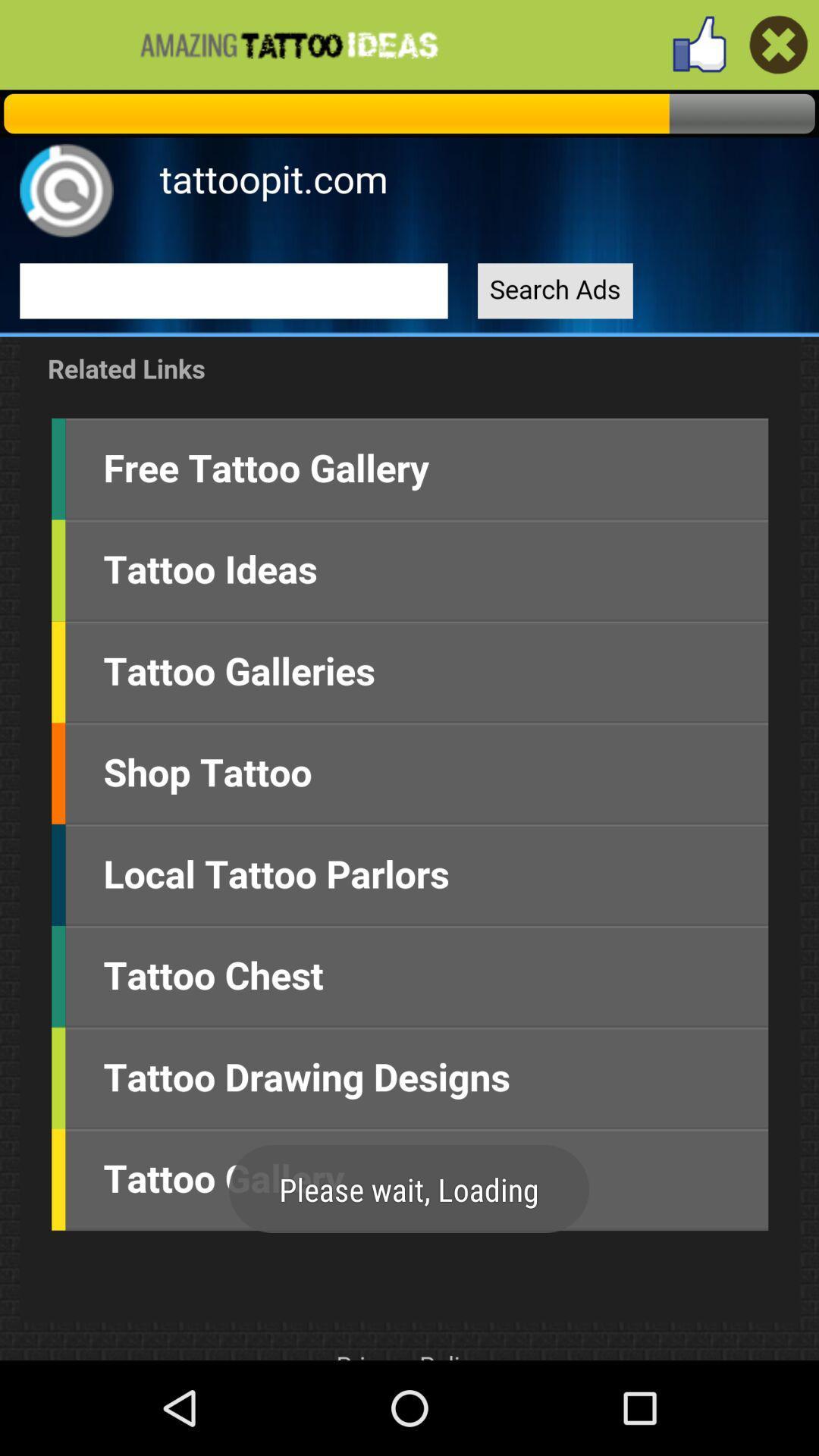  I want to click on like on facebook, so click(779, 44).